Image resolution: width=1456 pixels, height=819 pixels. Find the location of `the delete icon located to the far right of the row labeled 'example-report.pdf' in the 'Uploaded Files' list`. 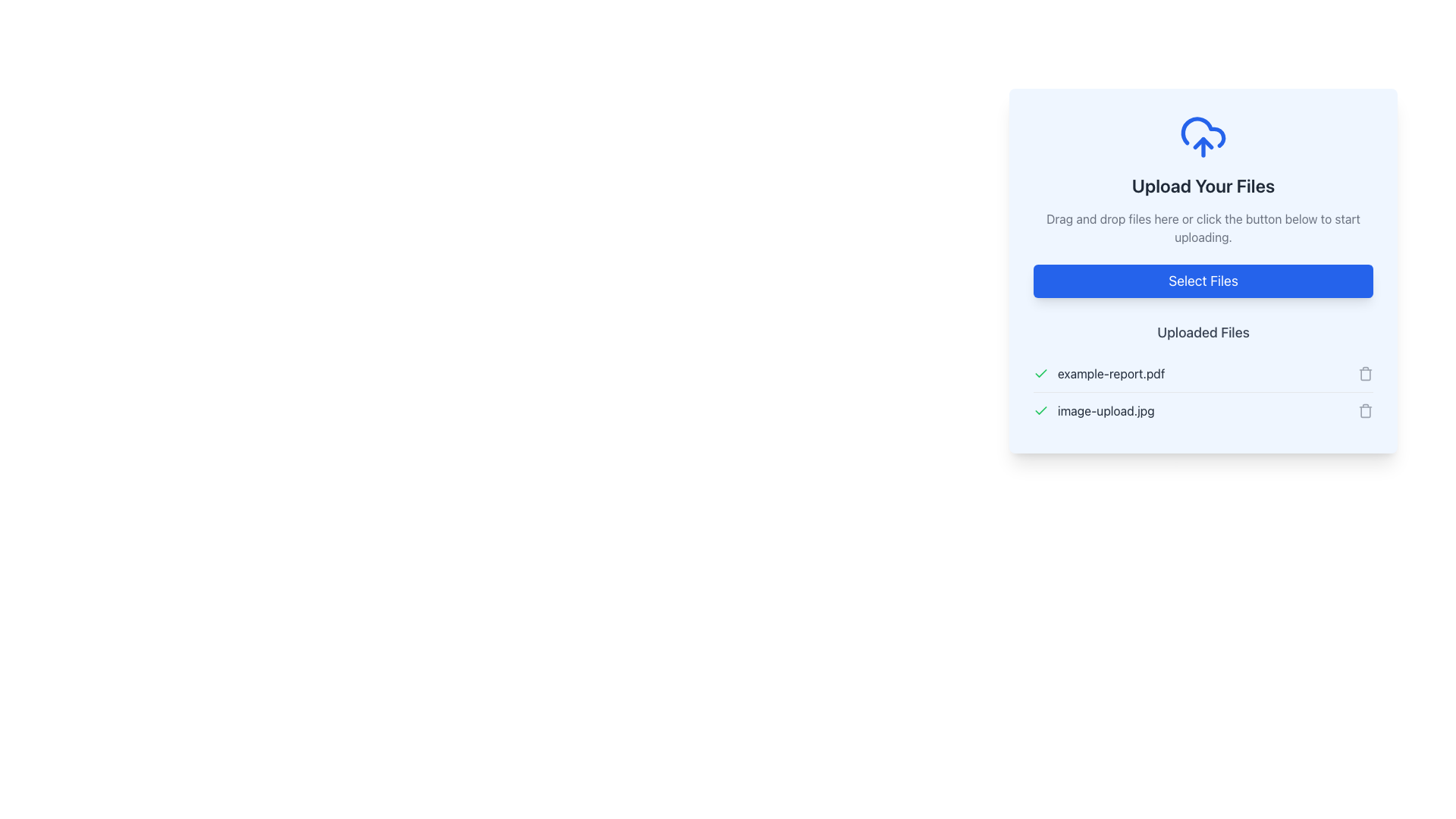

the delete icon located to the far right of the row labeled 'example-report.pdf' in the 'Uploaded Files' list is located at coordinates (1365, 374).